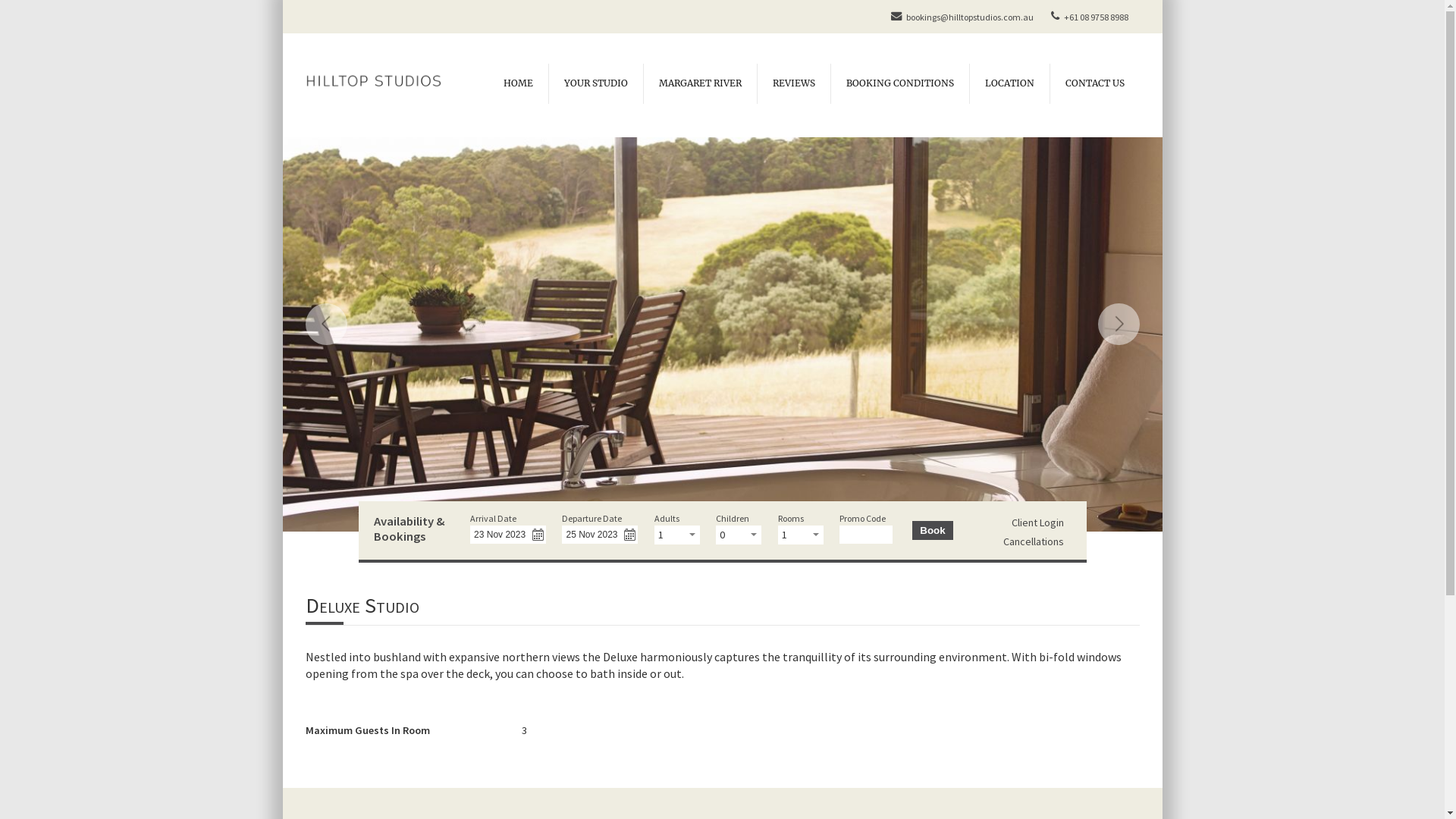 The image size is (1456, 819). I want to click on 'YOUR STUDIO', so click(594, 83).